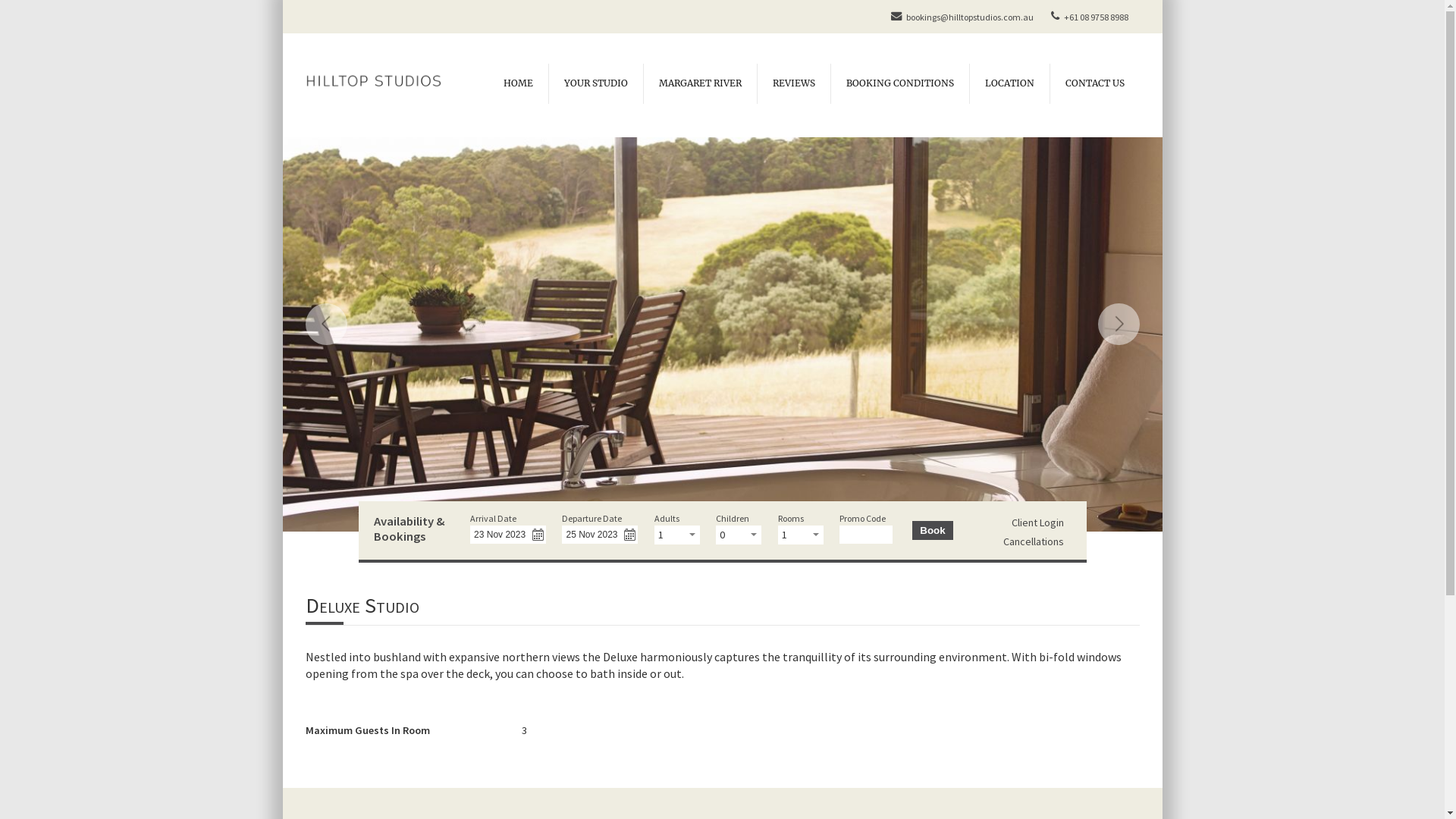 The image size is (1456, 819). I want to click on 'YOUR STUDIO', so click(594, 83).